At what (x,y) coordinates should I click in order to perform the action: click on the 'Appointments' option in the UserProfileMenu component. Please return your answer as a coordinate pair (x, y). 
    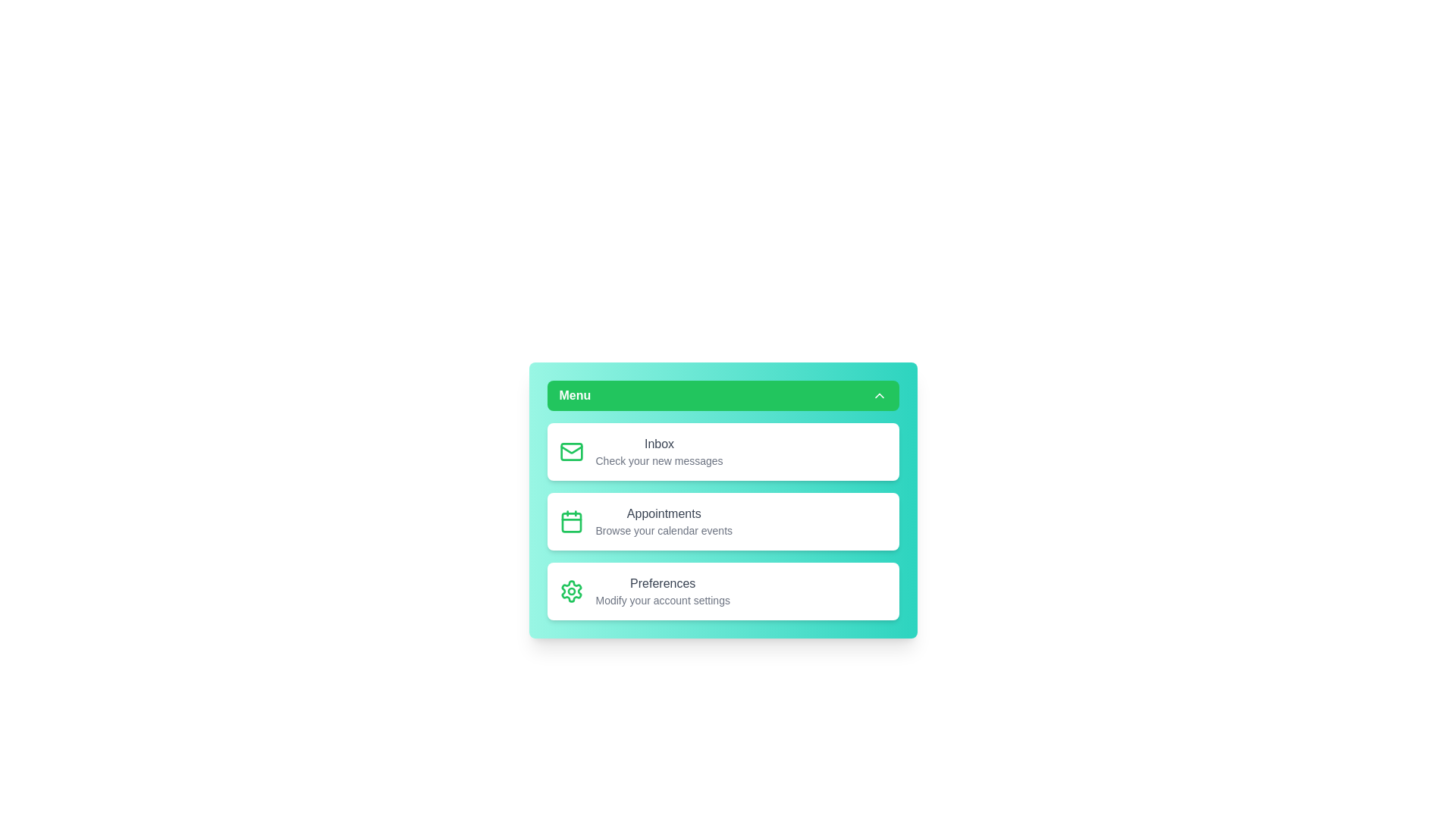
    Looking at the image, I should click on (722, 520).